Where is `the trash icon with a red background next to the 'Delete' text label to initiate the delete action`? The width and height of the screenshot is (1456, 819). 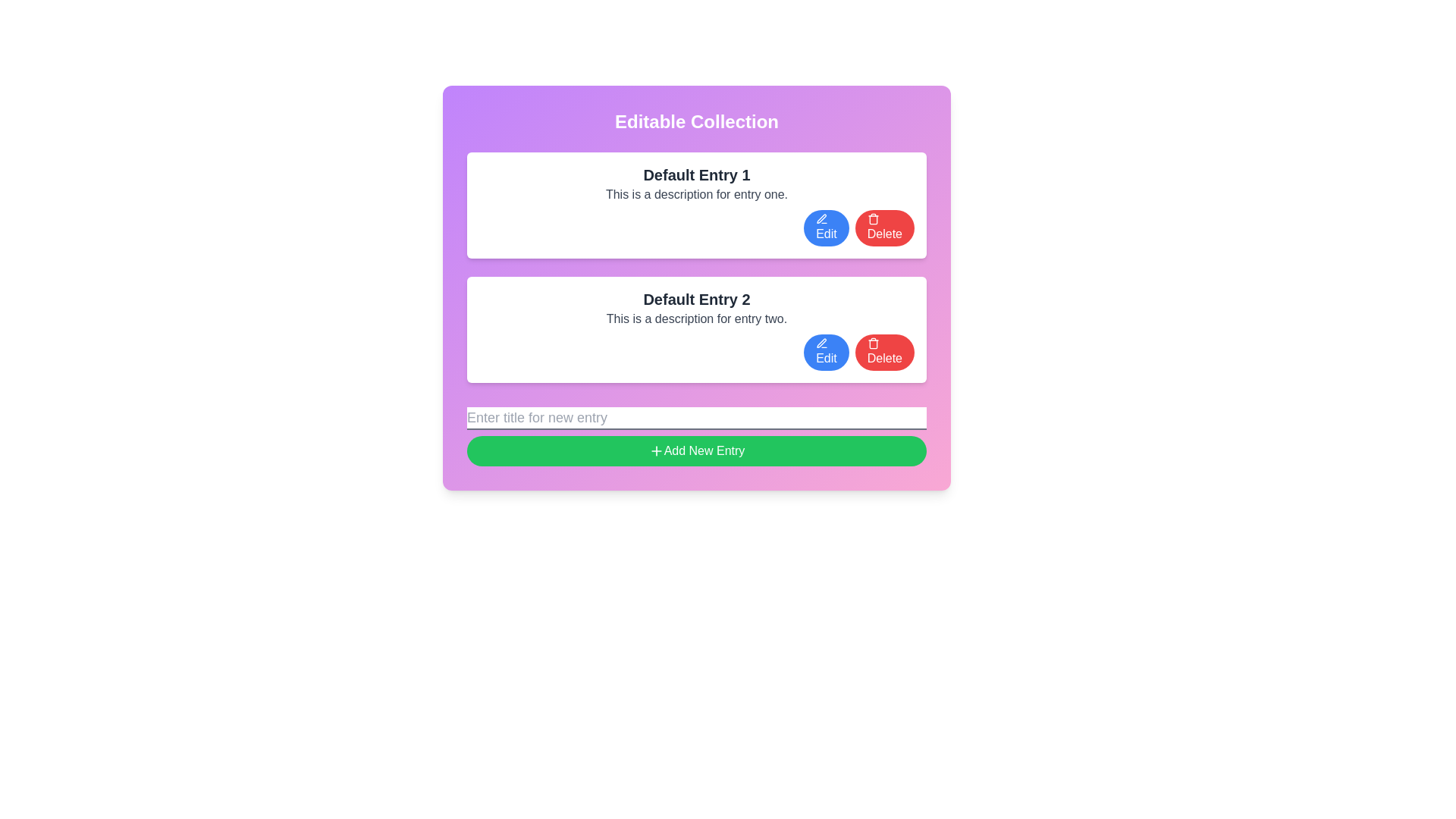 the trash icon with a red background next to the 'Delete' text label to initiate the delete action is located at coordinates (873, 219).